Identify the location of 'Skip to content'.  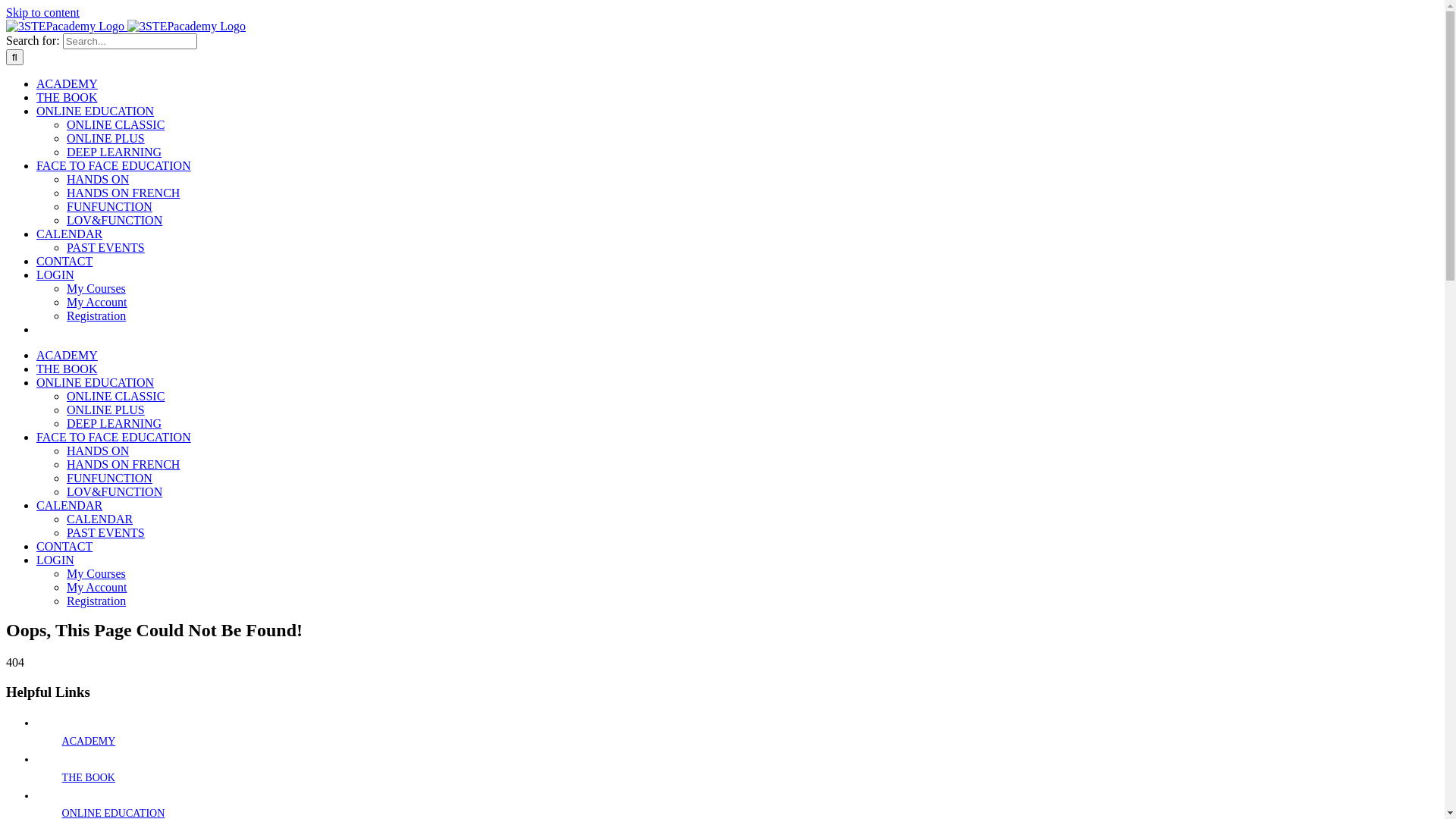
(6, 12).